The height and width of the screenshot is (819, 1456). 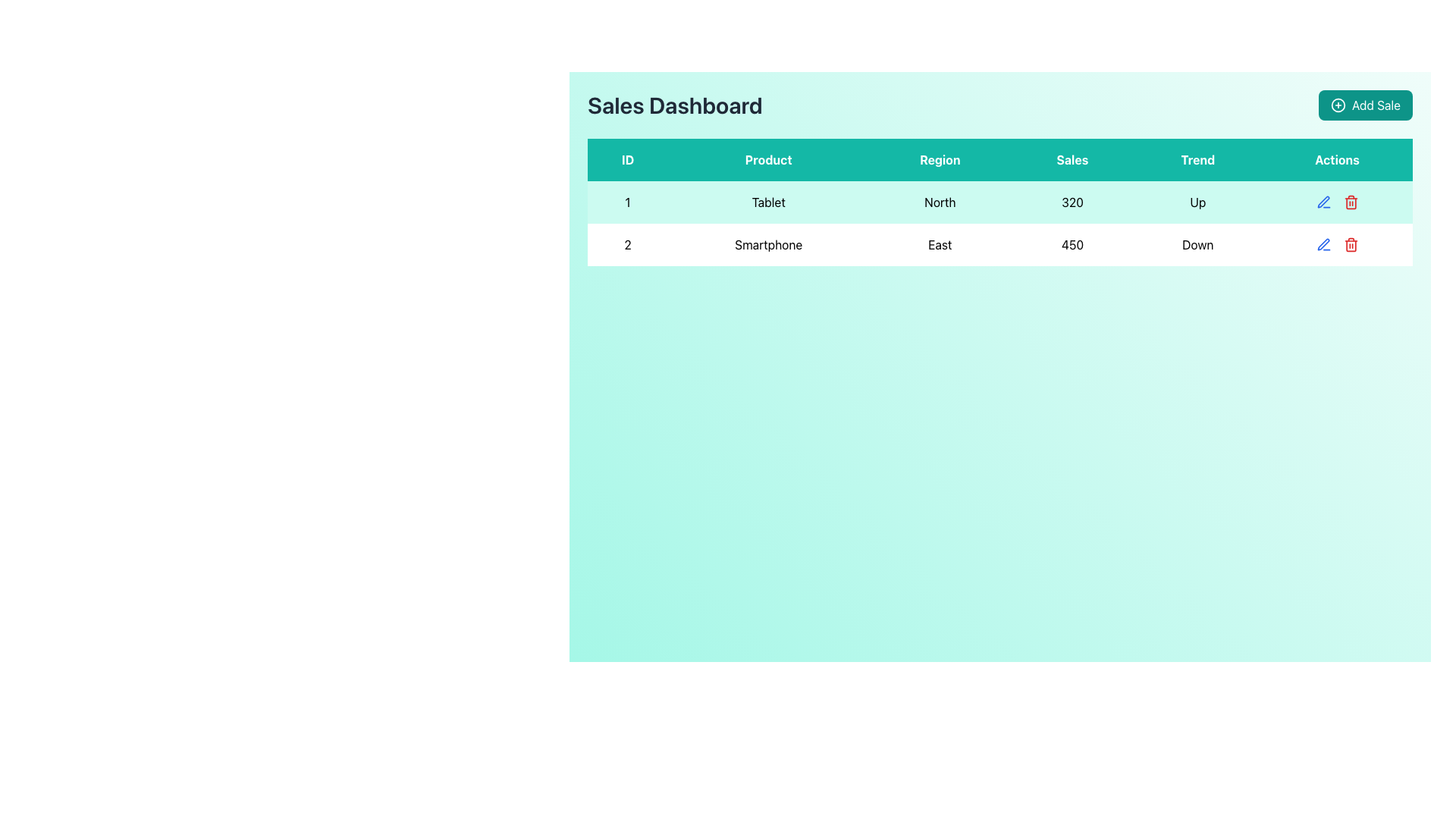 I want to click on the 'Smartphone' text component in the table located in the second row, second column under the 'Product' header, so click(x=768, y=244).